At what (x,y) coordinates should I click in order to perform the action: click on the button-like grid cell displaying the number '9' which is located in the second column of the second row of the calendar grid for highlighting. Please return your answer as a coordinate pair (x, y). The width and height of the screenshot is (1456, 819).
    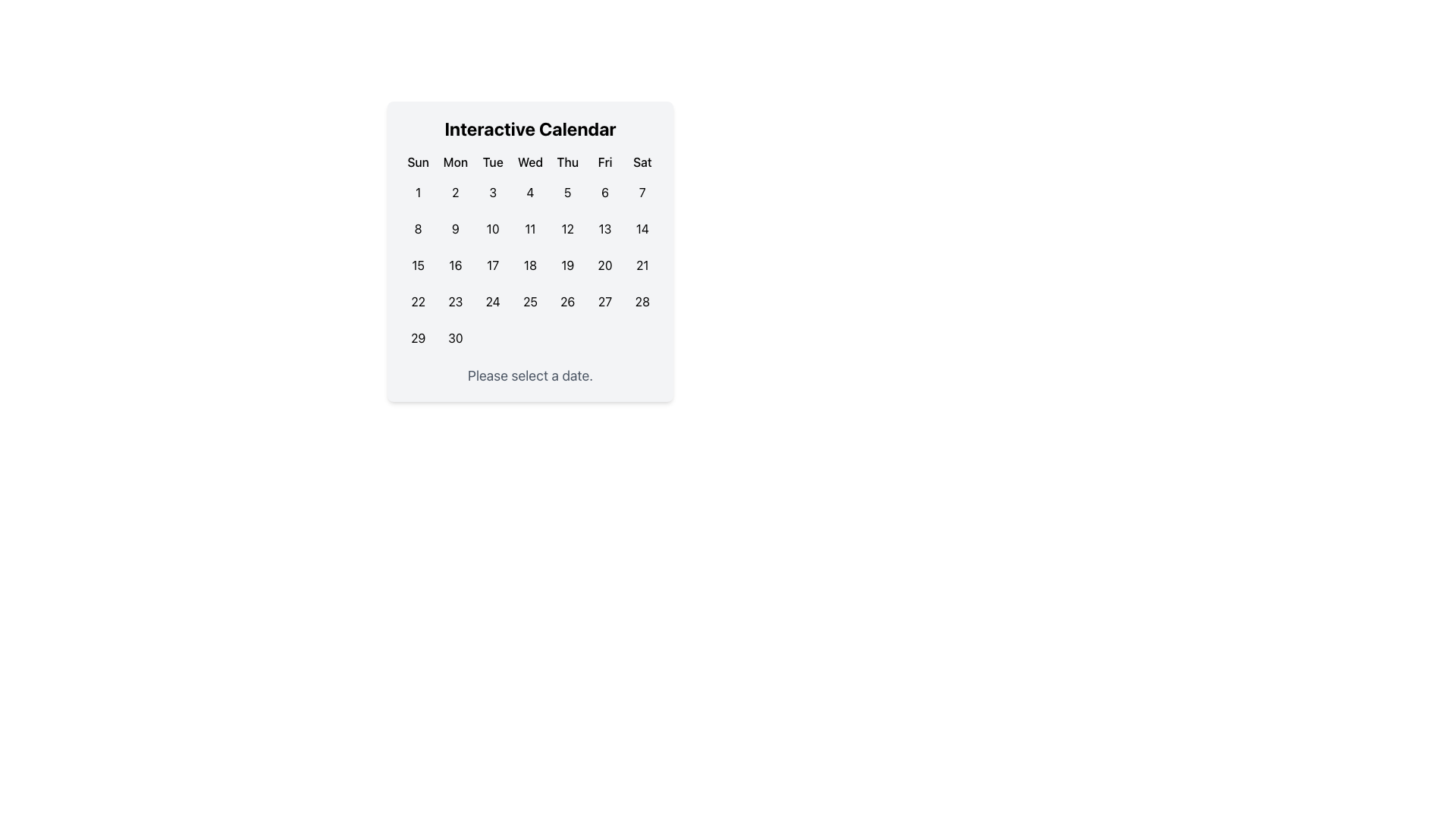
    Looking at the image, I should click on (454, 228).